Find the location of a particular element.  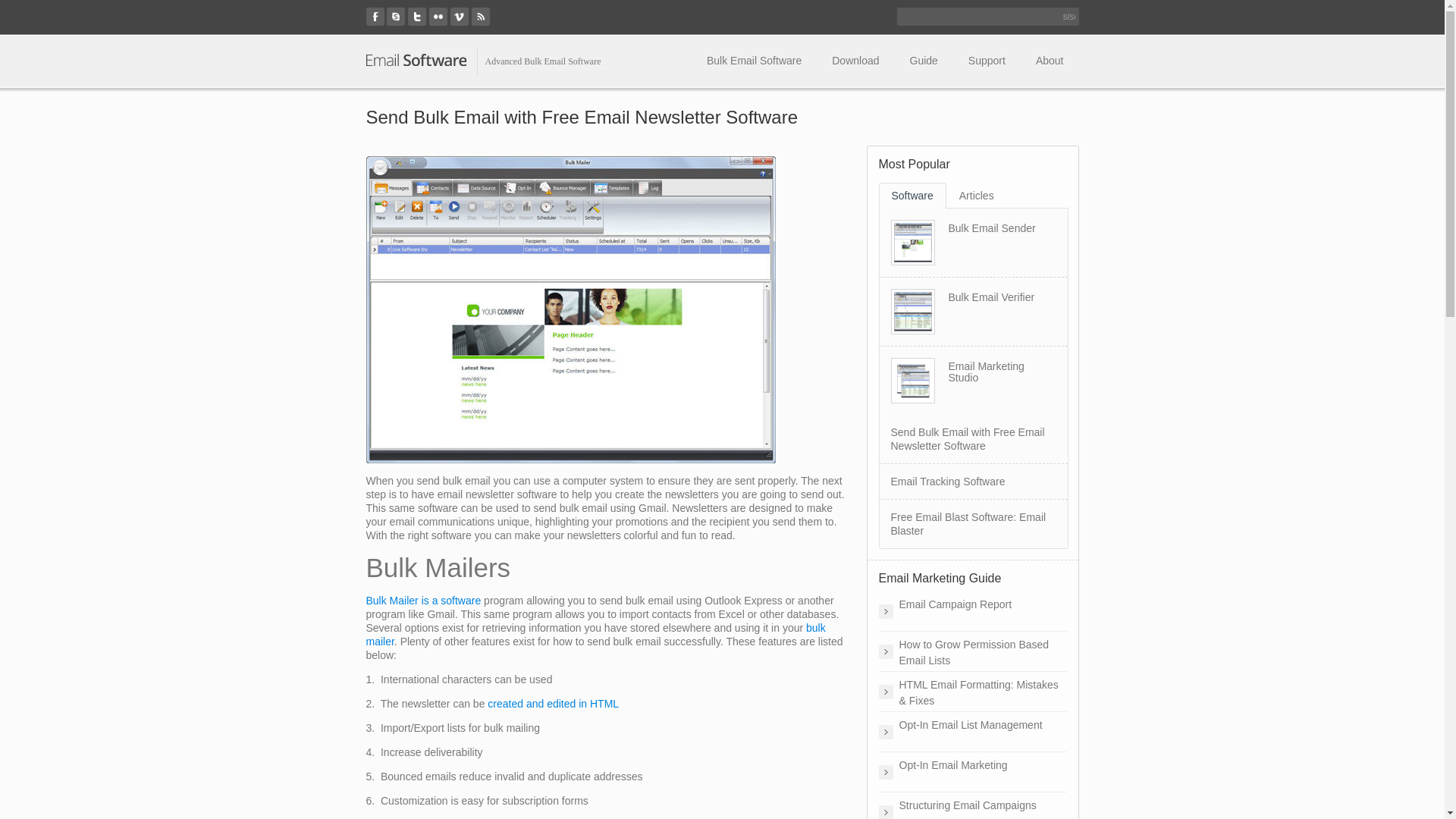

'Bulk Email Verifier' is located at coordinates (946, 297).